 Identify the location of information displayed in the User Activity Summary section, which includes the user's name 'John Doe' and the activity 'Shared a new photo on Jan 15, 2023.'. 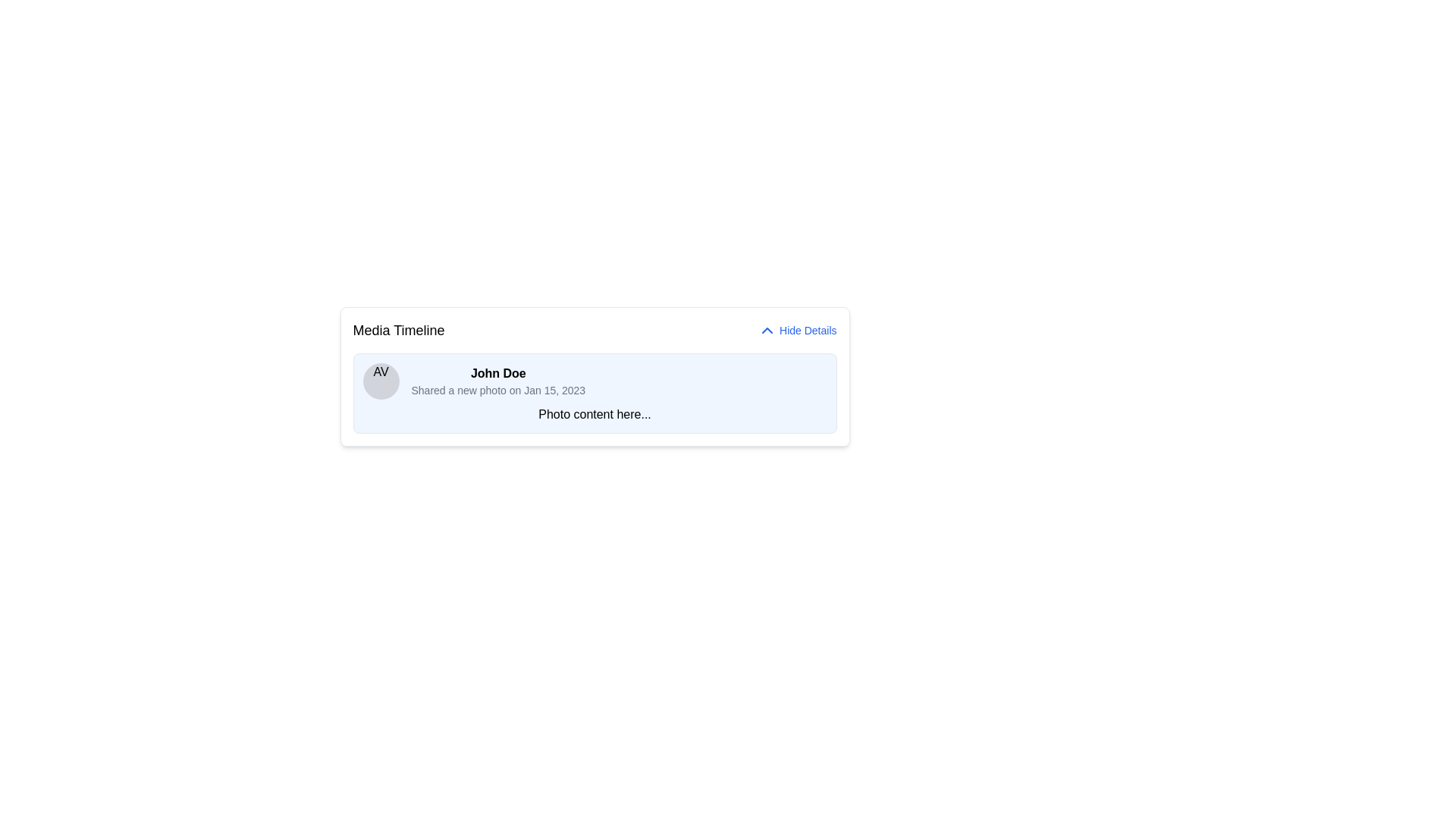
(594, 380).